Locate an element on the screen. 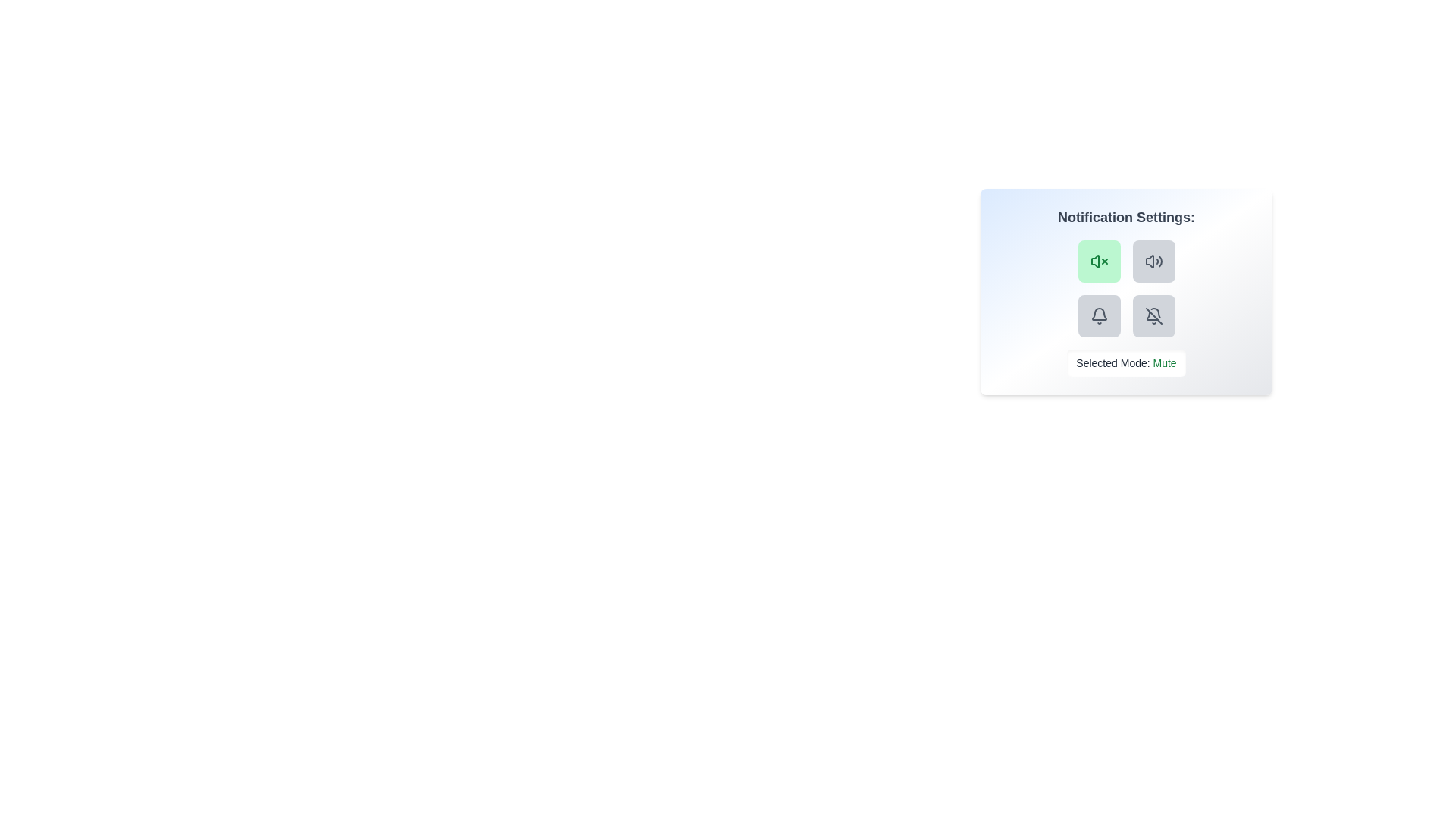  the notification mode Mute by clicking the corresponding button is located at coordinates (1099, 260).